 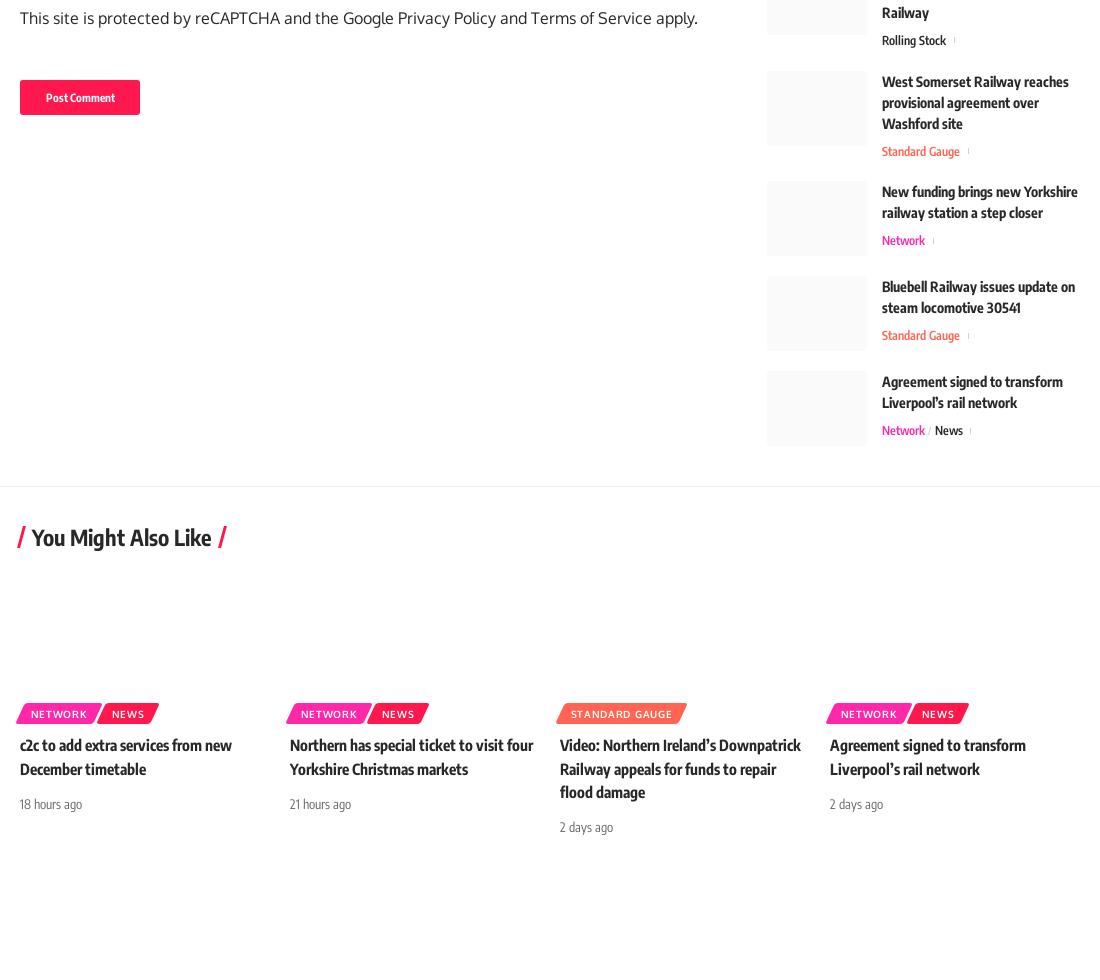 What do you see at coordinates (402, 766) in the screenshot?
I see `'Northern has special ticket to visit four Yorkshire Christmas markets'` at bounding box center [402, 766].